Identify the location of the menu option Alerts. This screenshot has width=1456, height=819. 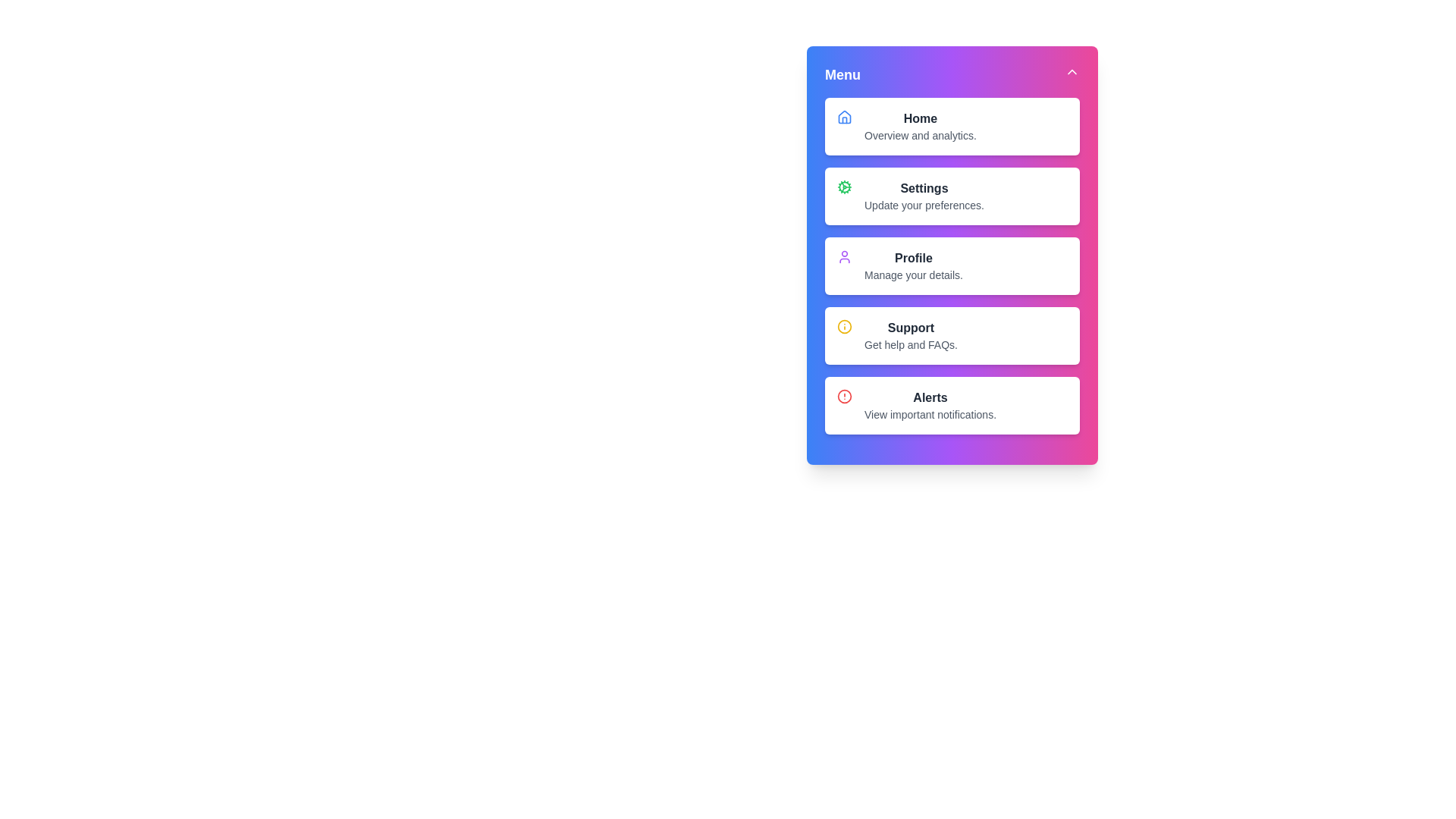
(910, 417).